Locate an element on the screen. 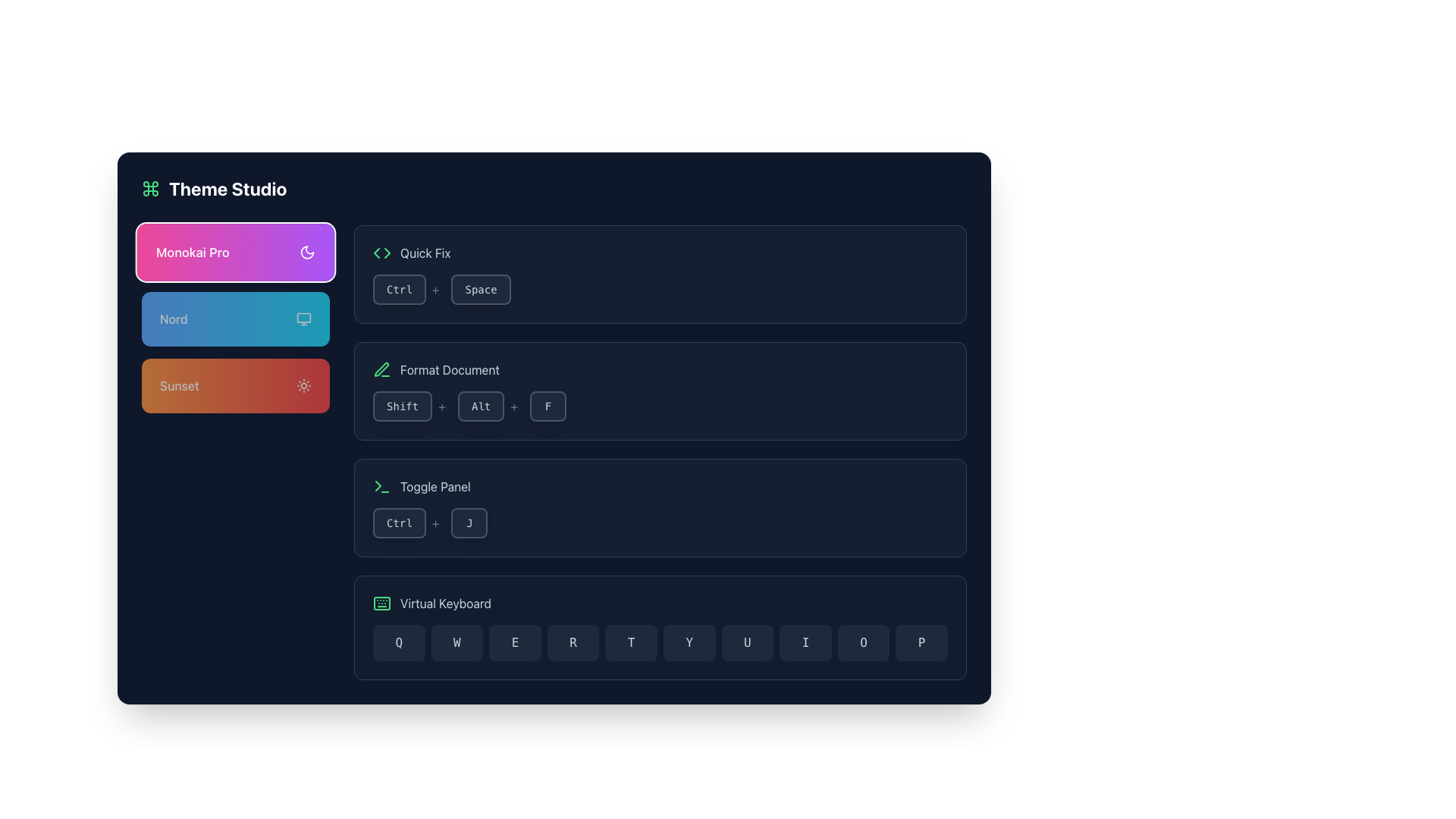 Image resolution: width=1456 pixels, height=819 pixels. the visual separator text element located to the right of the 'Ctrl' button, which represents a keyboard combination is located at coordinates (435, 522).